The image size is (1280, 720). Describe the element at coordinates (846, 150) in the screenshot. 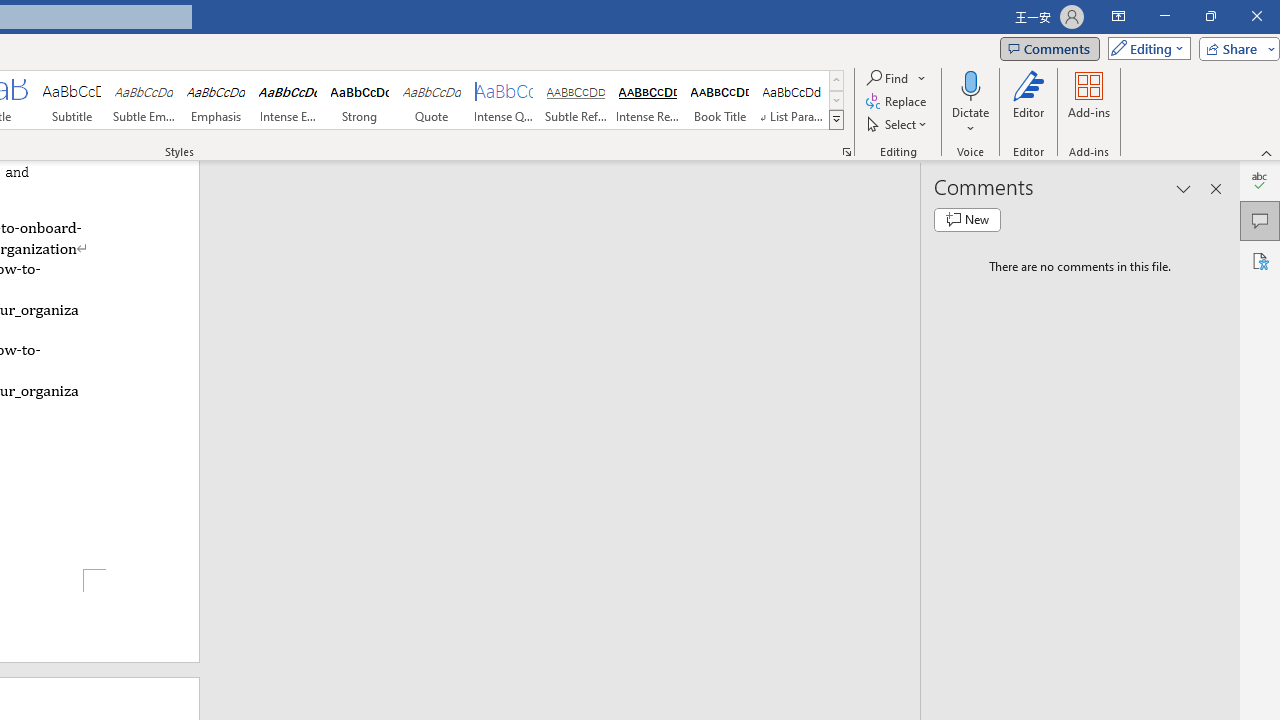

I see `'Styles...'` at that location.